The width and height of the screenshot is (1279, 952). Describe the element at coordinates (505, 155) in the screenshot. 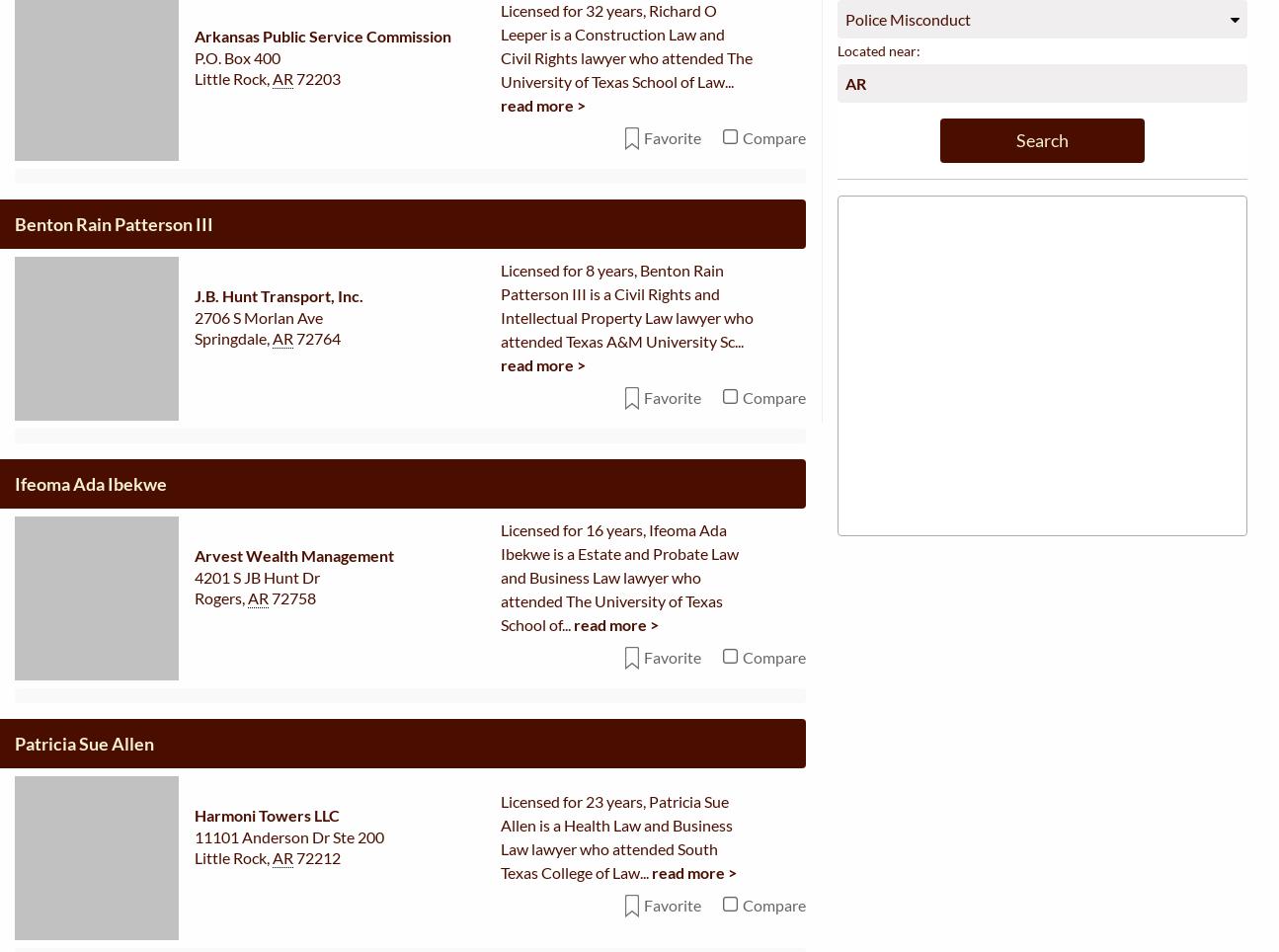

I see `'6'` at that location.